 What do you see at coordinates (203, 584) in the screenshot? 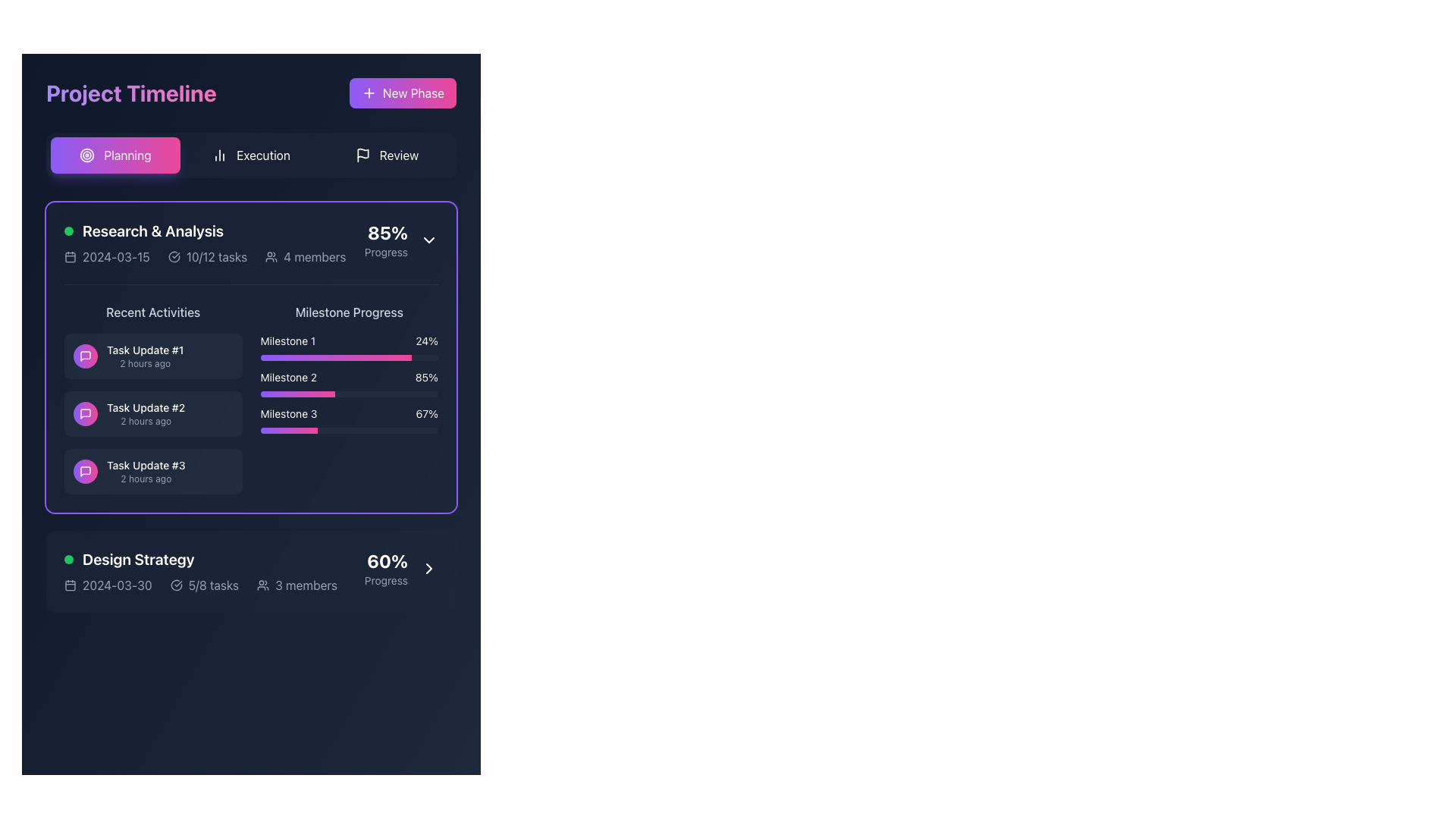
I see `the progress icon indicating 5 out of 8 completed tasks in the 'Design Strategy' section, positioned between the date display and user count` at bounding box center [203, 584].